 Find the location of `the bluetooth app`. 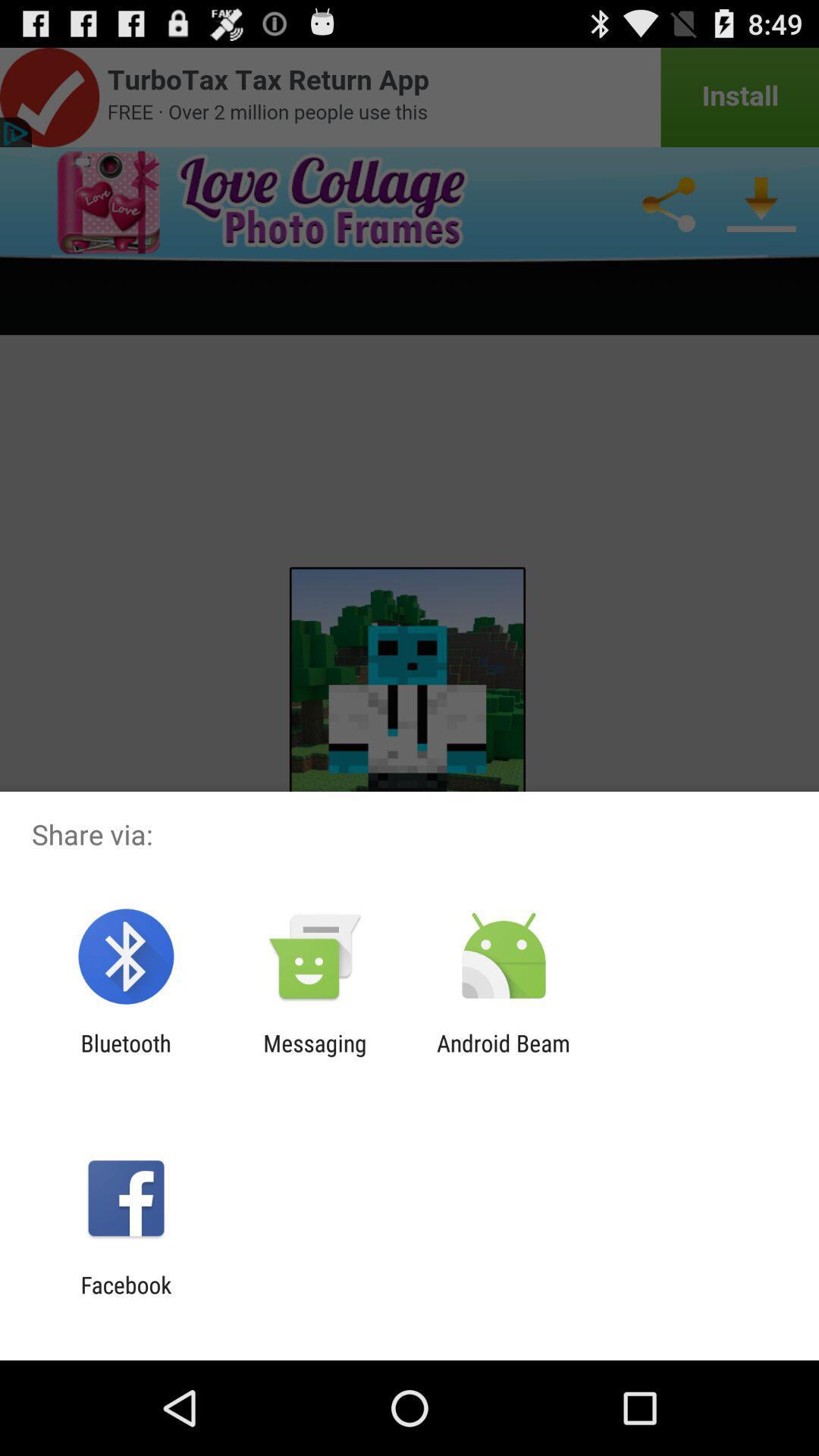

the bluetooth app is located at coordinates (125, 1056).